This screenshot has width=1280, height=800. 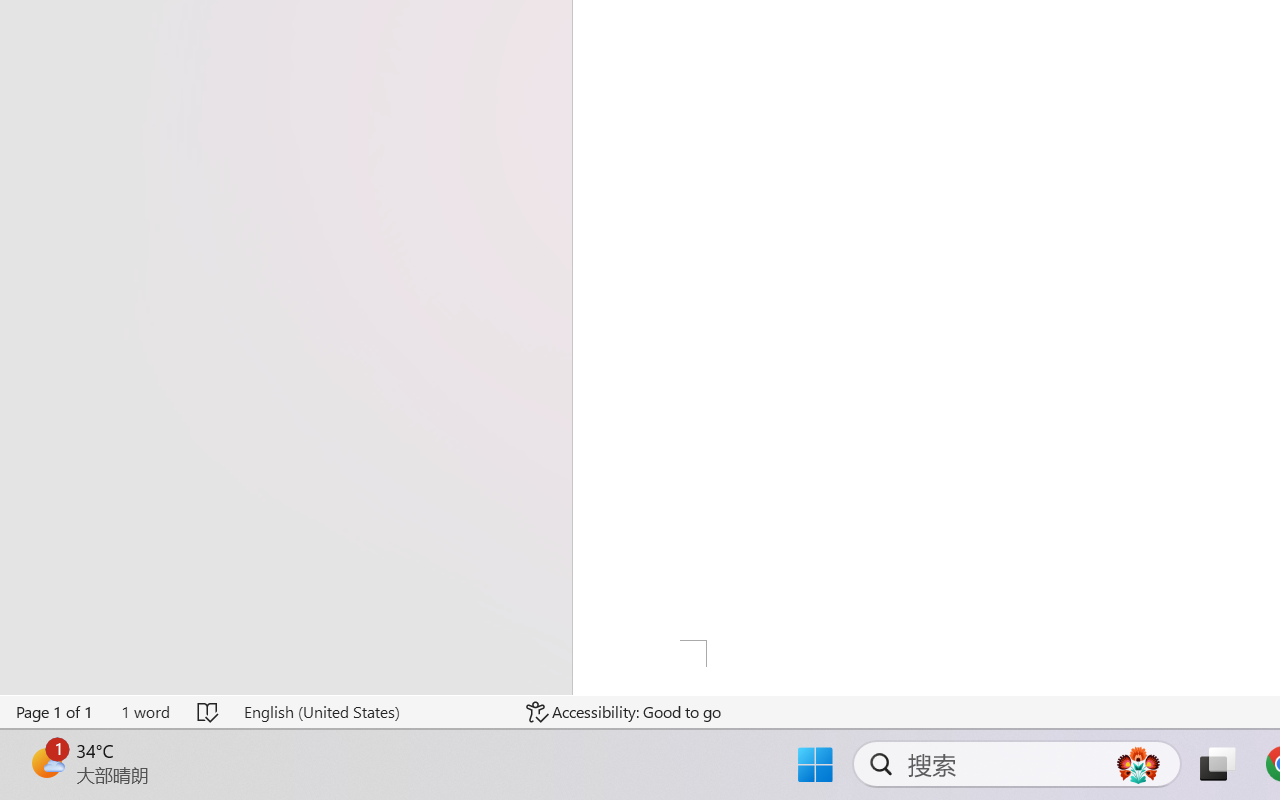 I want to click on 'AutomationID: BadgeAnchorLargeTicker', so click(x=46, y=762).